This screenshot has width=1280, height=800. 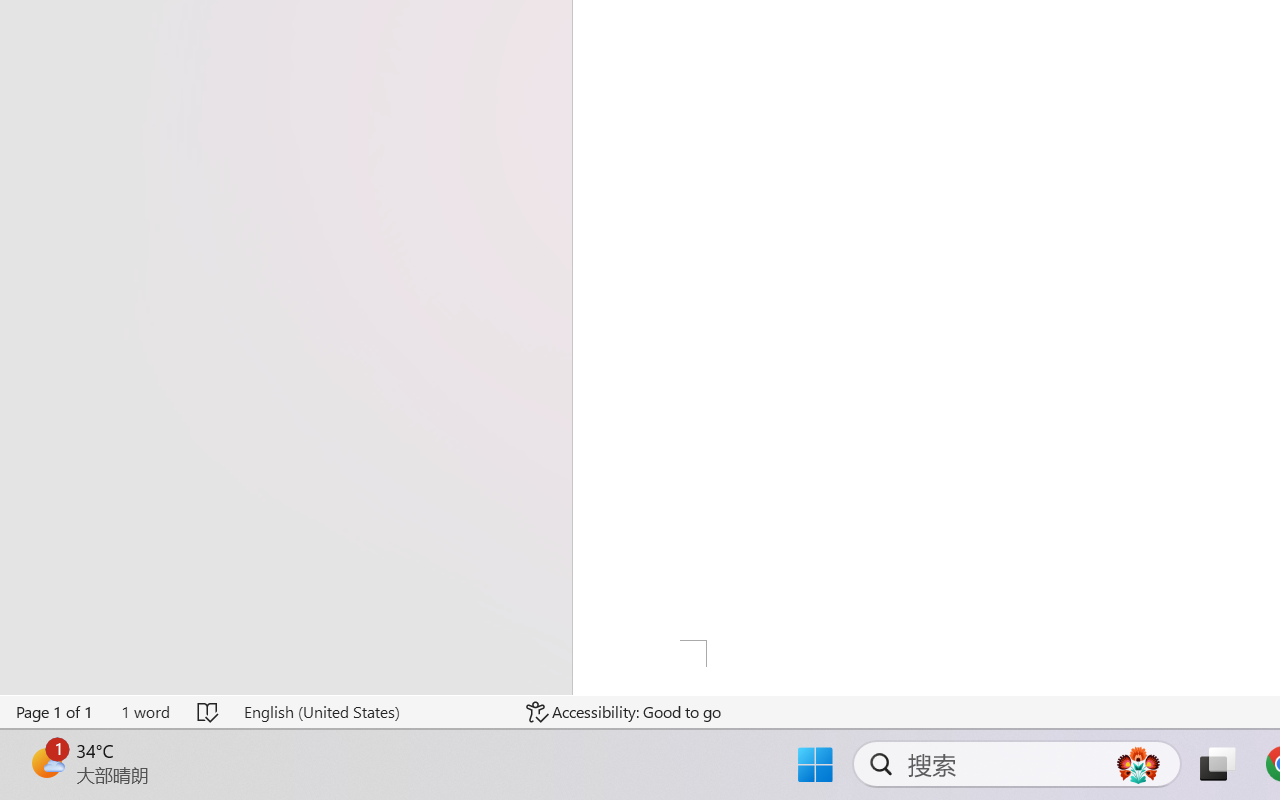 I want to click on 'AutomationID: BadgeAnchorLargeTicker', so click(x=46, y=762).